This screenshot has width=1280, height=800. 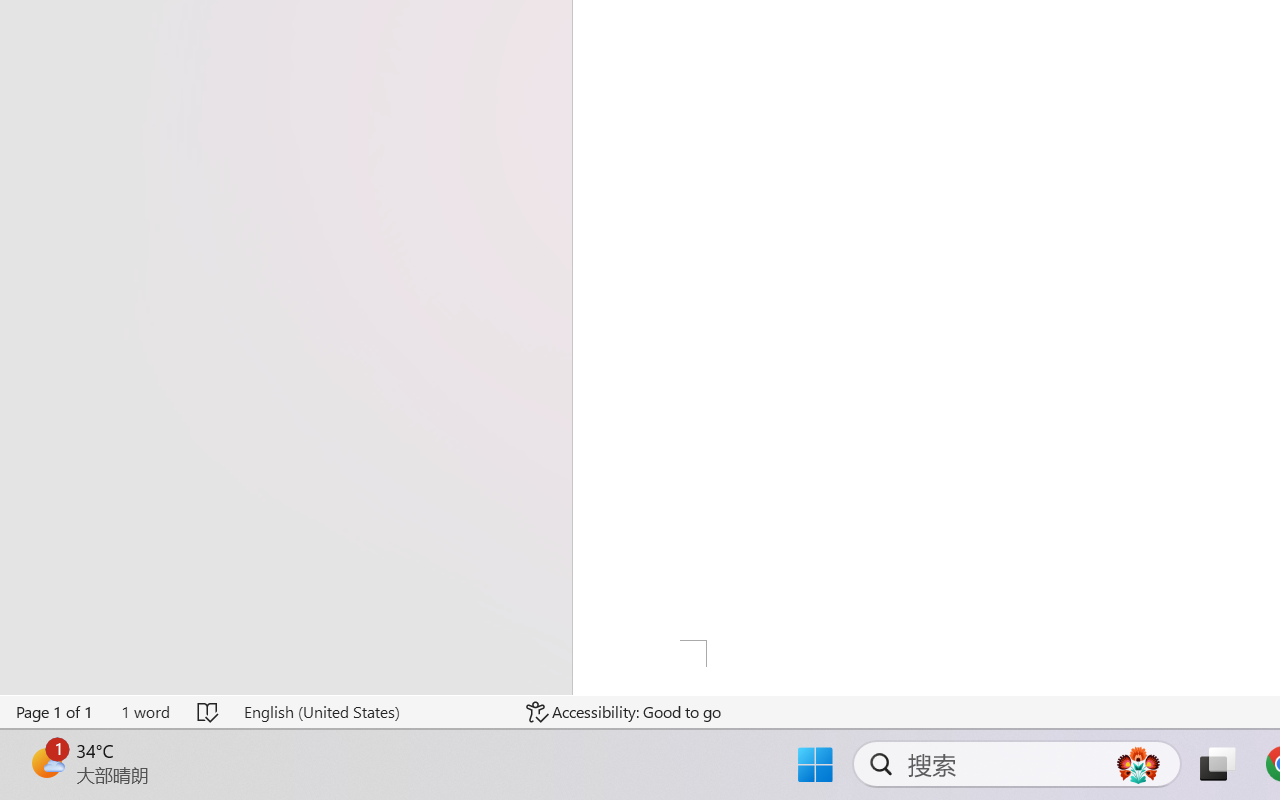 I want to click on 'AutomationID: BadgeAnchorLargeTicker', so click(x=46, y=762).